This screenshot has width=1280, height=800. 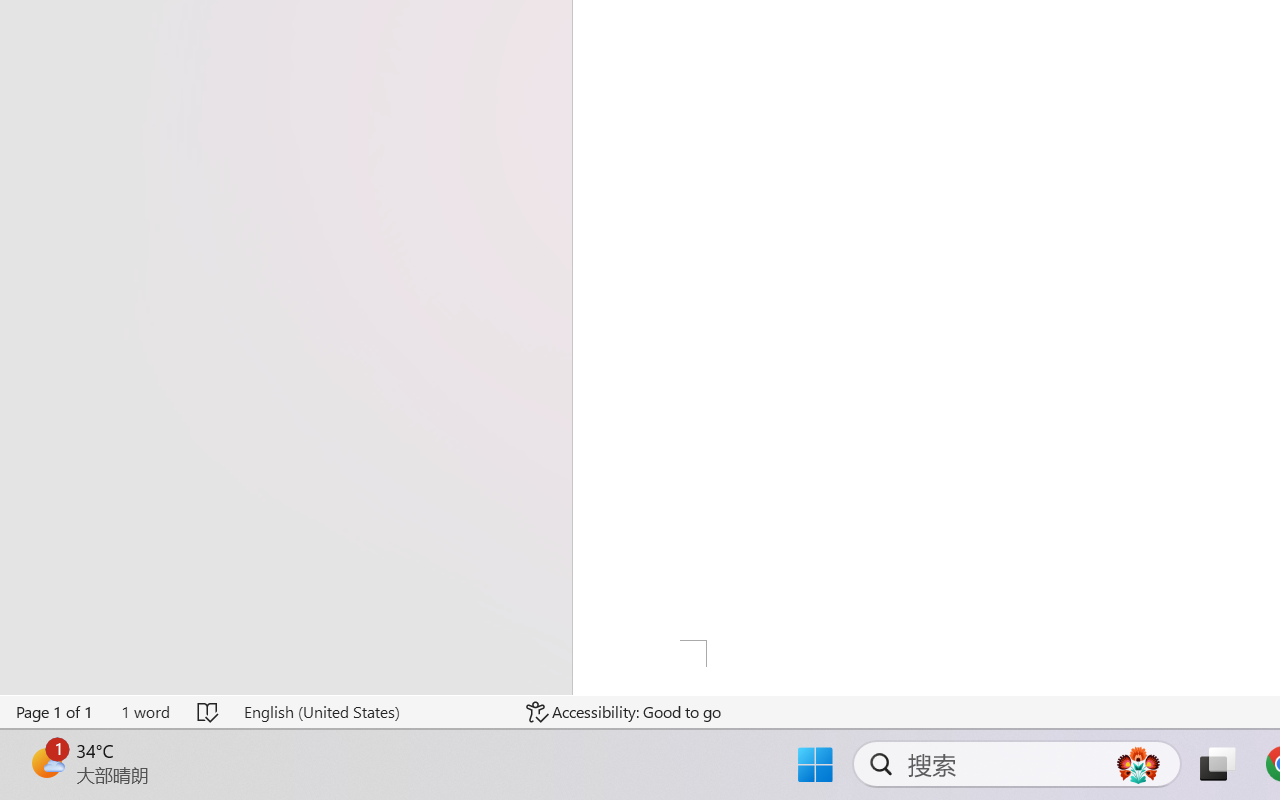 I want to click on 'AutomationID: BadgeAnchorLargeTicker', so click(x=46, y=762).